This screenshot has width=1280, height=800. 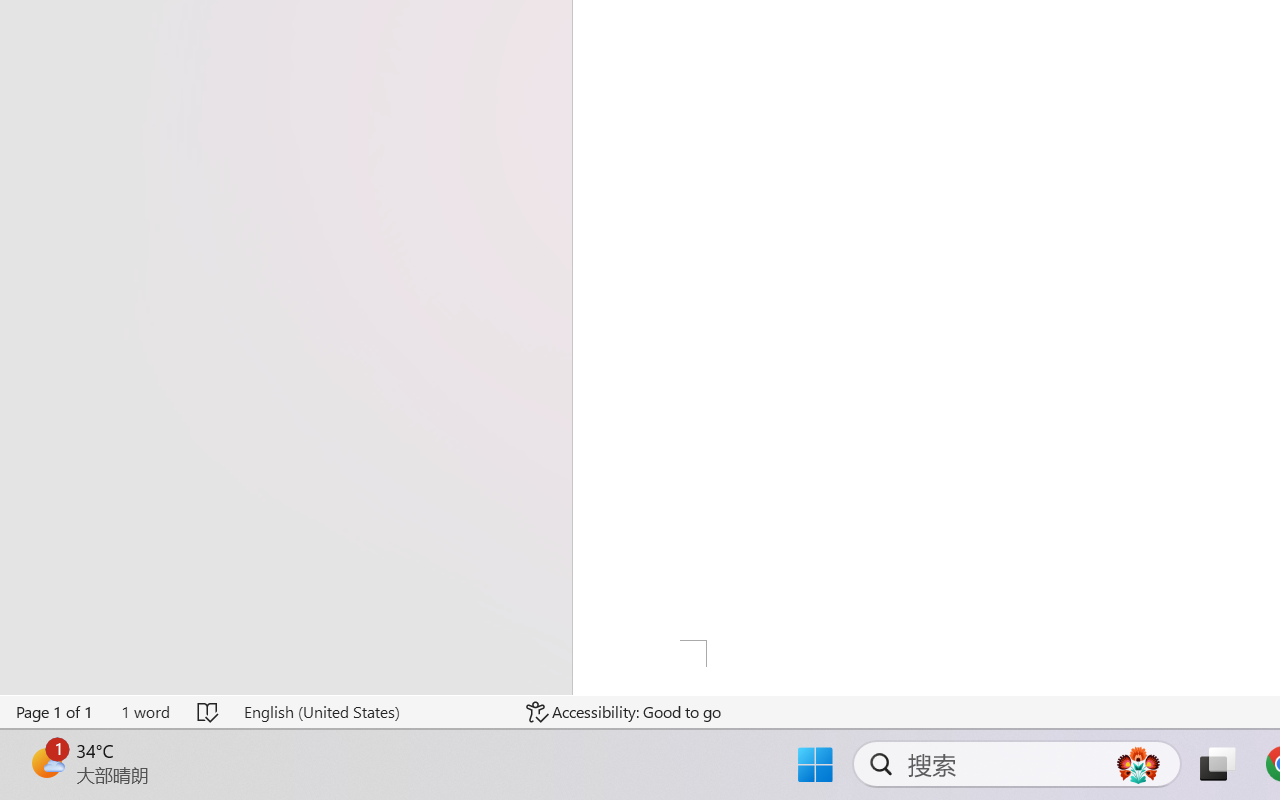 I want to click on 'AutomationID: BadgeAnchorLargeTicker', so click(x=46, y=762).